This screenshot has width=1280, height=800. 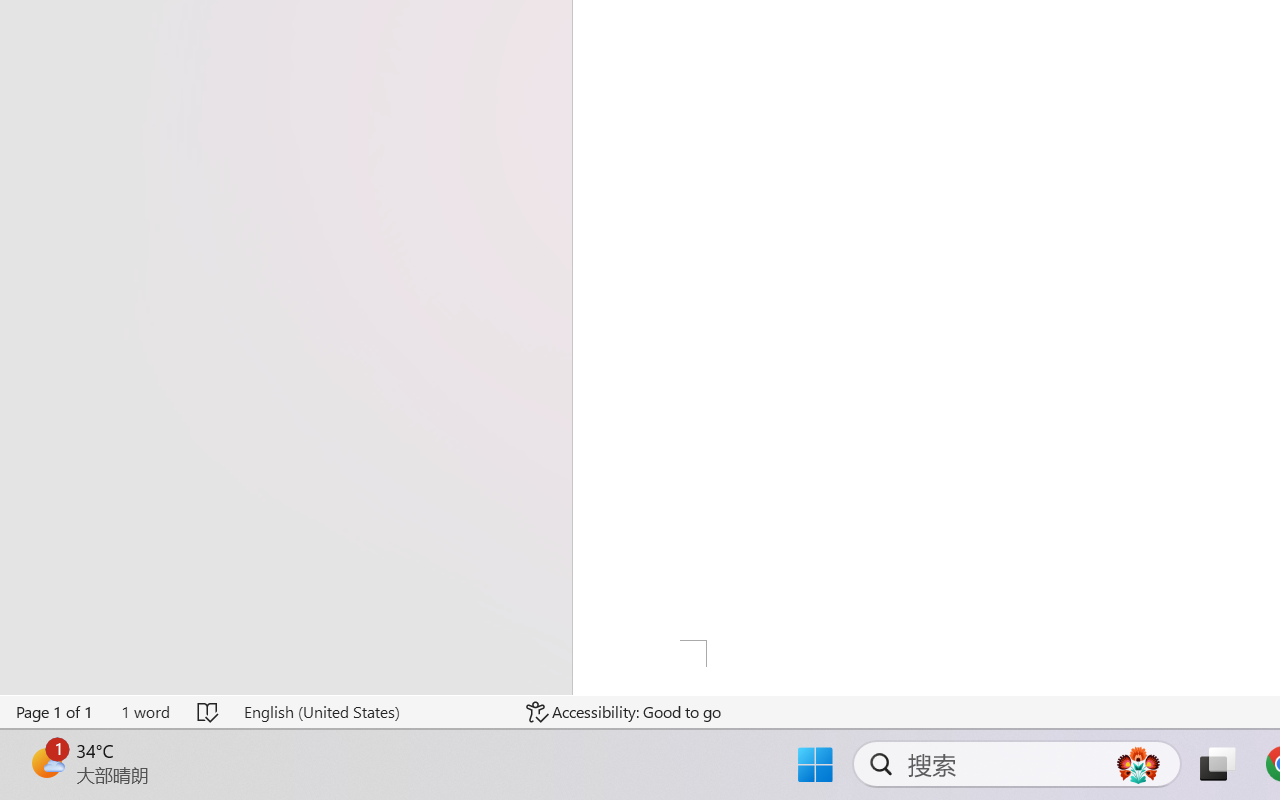 I want to click on 'AutomationID: BadgeAnchorLargeTicker', so click(x=46, y=762).